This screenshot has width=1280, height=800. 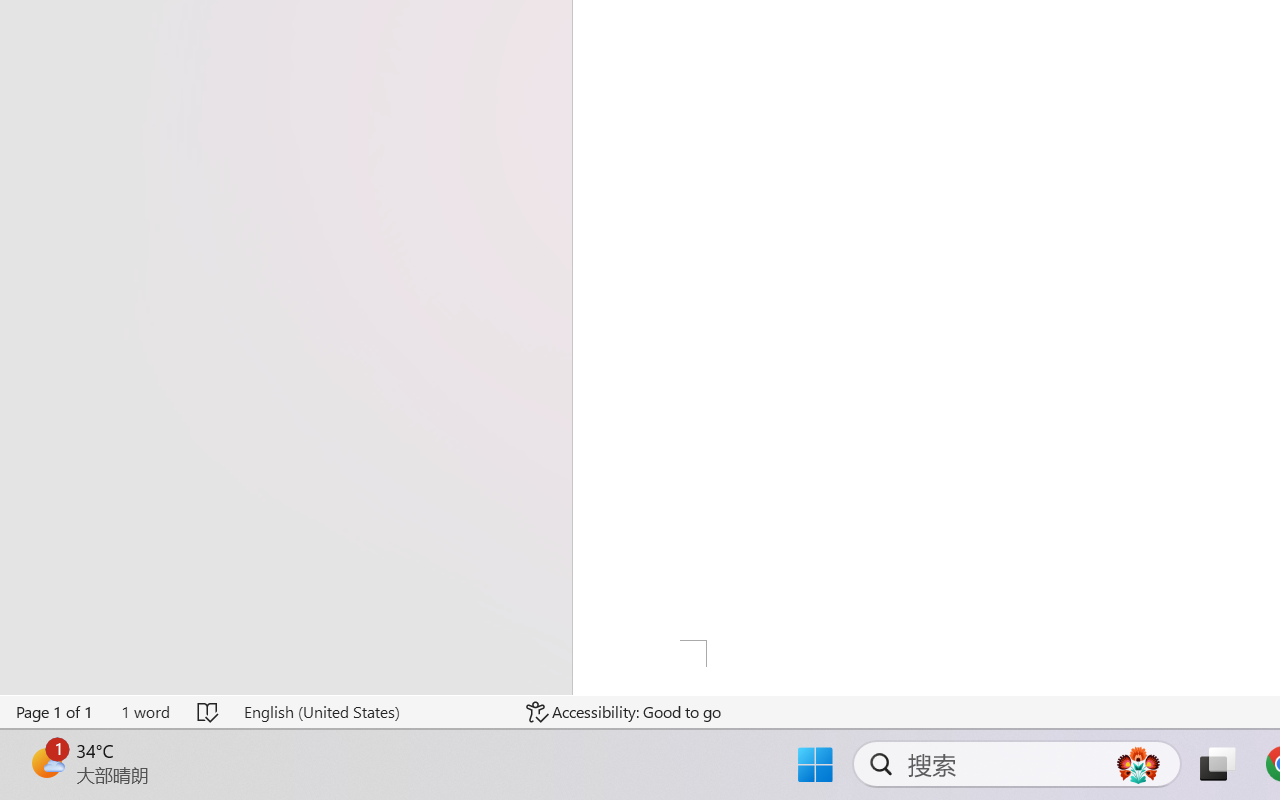 I want to click on 'AutomationID: BadgeAnchorLargeTicker', so click(x=46, y=762).